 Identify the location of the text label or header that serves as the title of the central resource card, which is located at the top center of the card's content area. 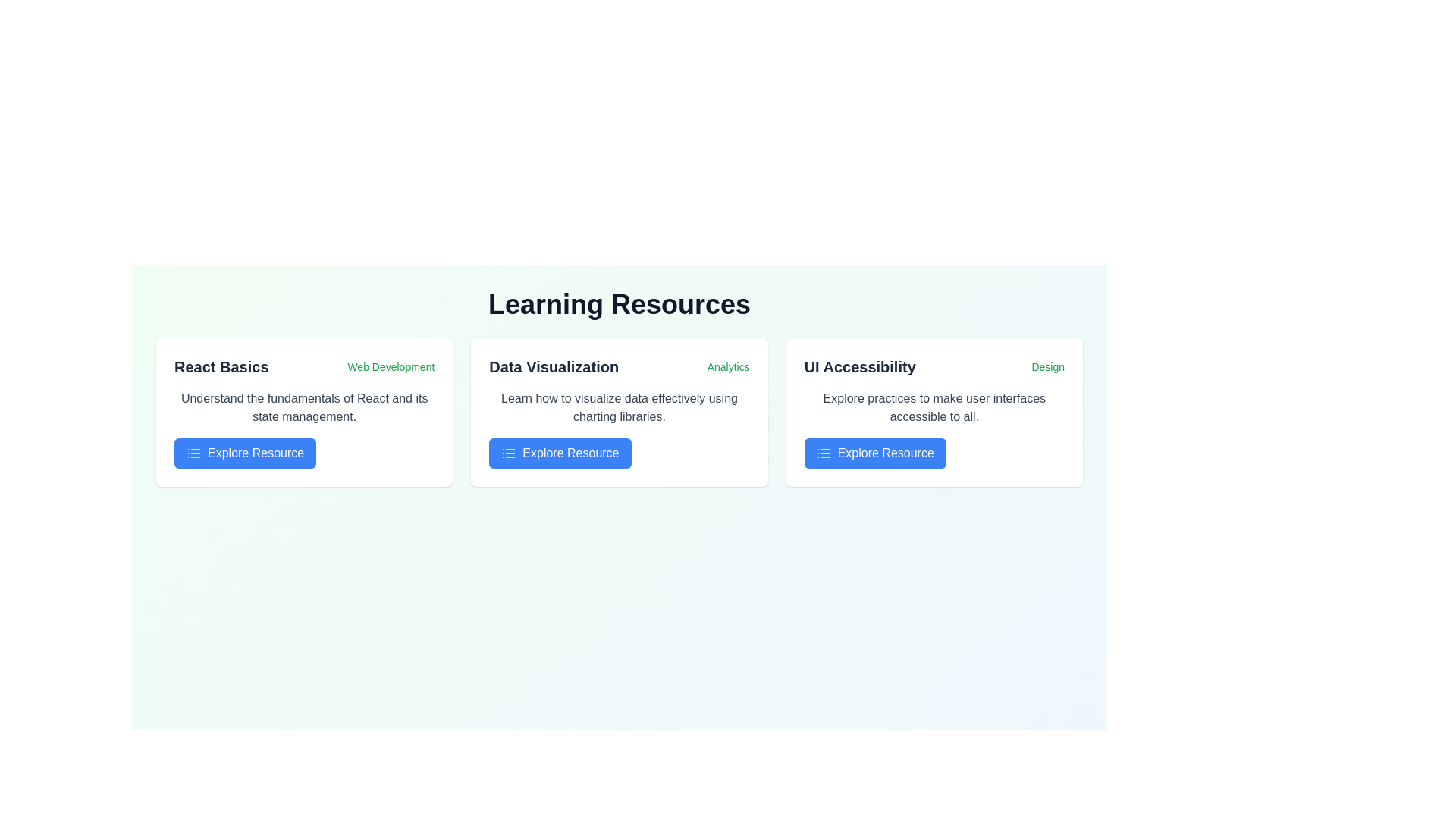
(553, 366).